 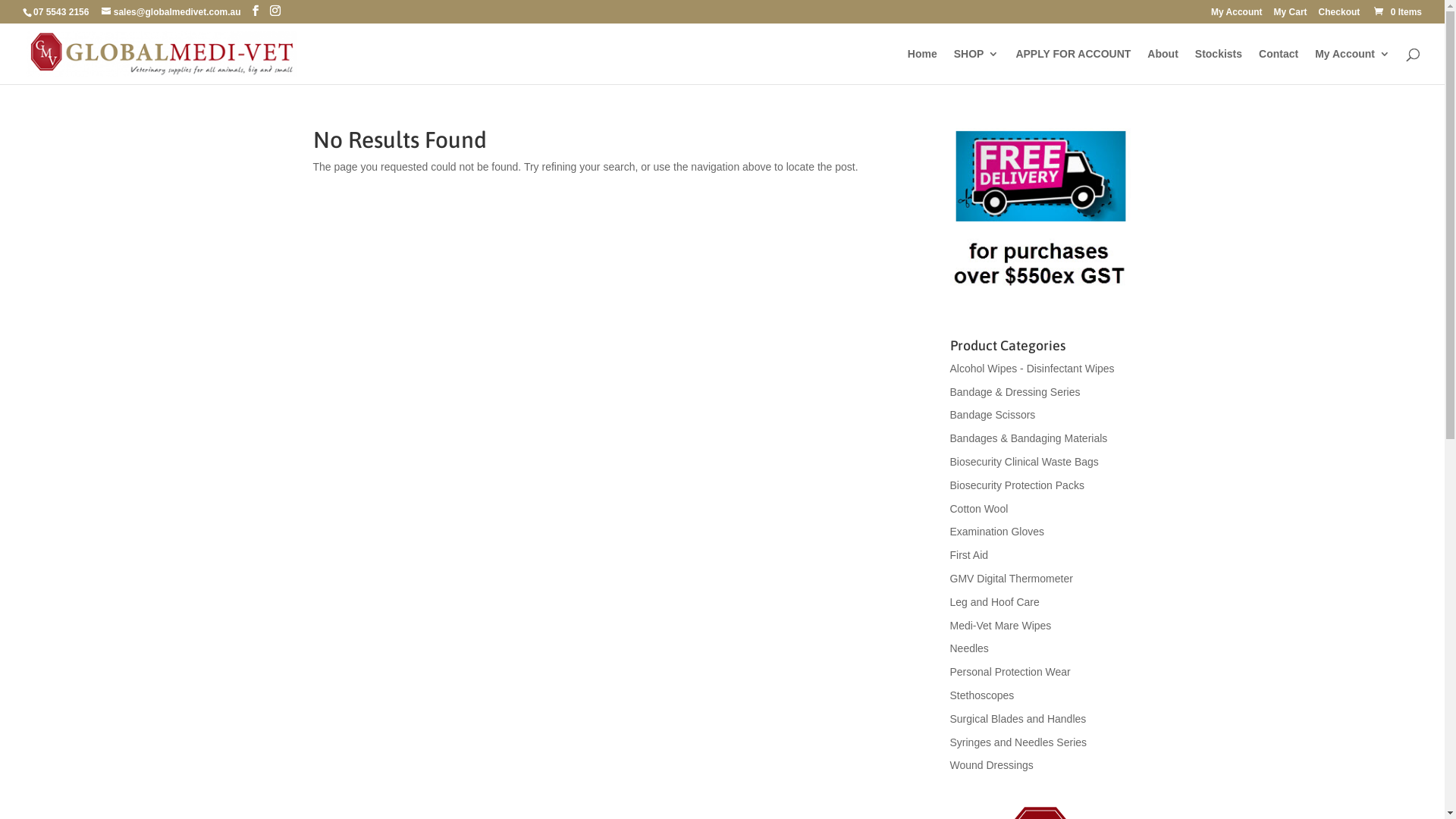 What do you see at coordinates (1015, 65) in the screenshot?
I see `'APPLY FOR ACCOUNT'` at bounding box center [1015, 65].